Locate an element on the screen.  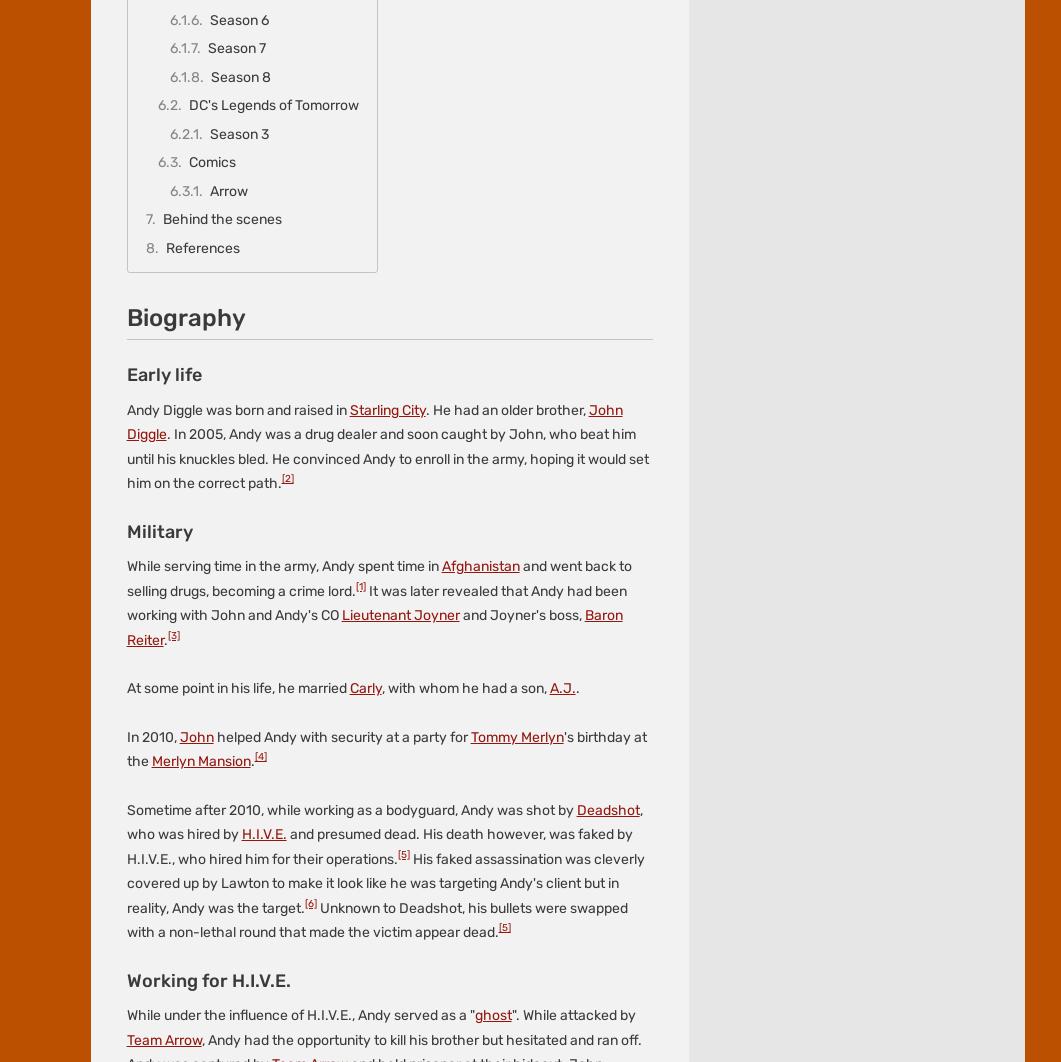
'Follow Us' is located at coordinates (120, 129).